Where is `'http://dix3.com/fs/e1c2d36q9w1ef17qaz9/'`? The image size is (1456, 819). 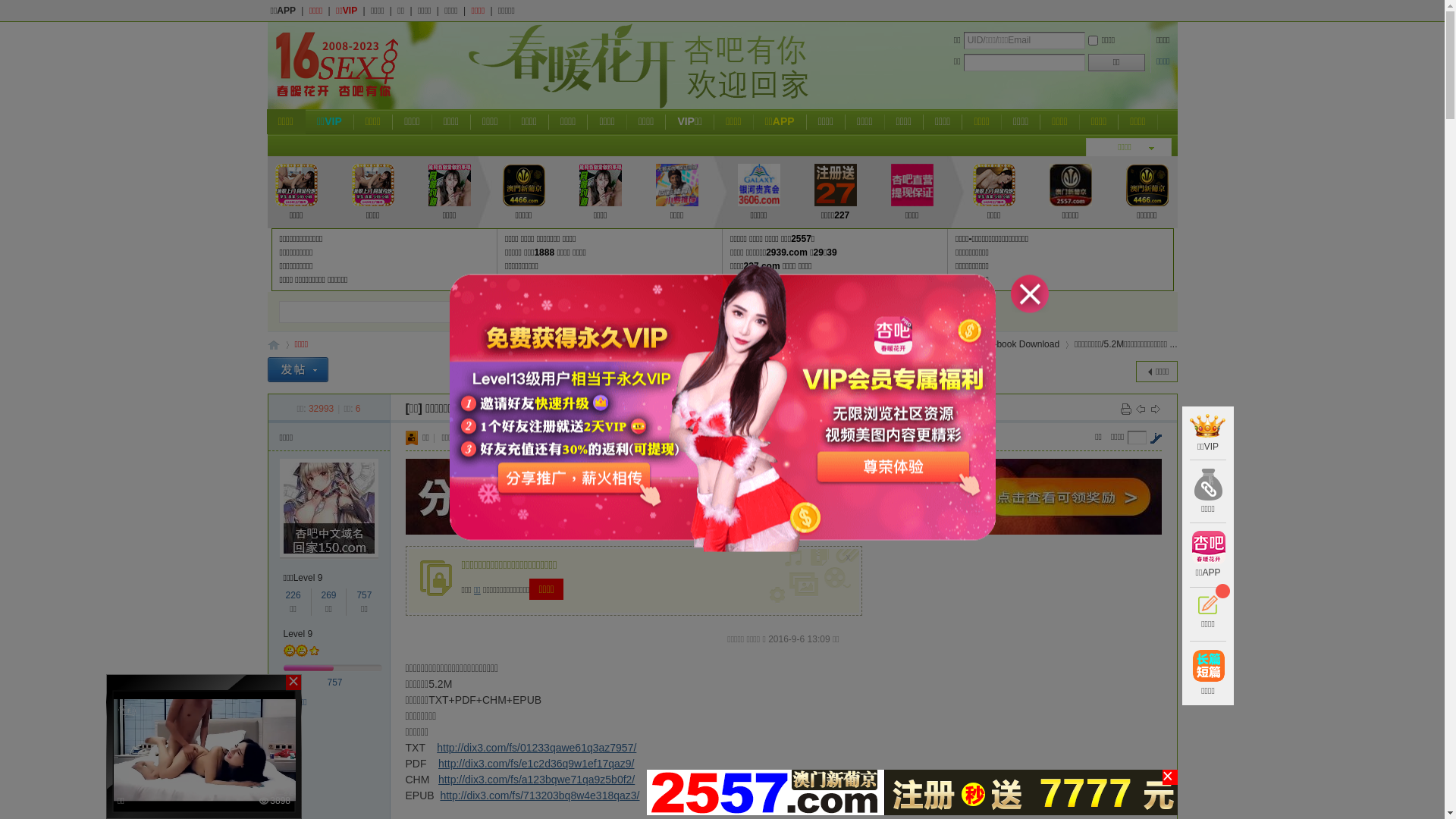
'http://dix3.com/fs/e1c2d36q9w1ef17qaz9/' is located at coordinates (535, 763).